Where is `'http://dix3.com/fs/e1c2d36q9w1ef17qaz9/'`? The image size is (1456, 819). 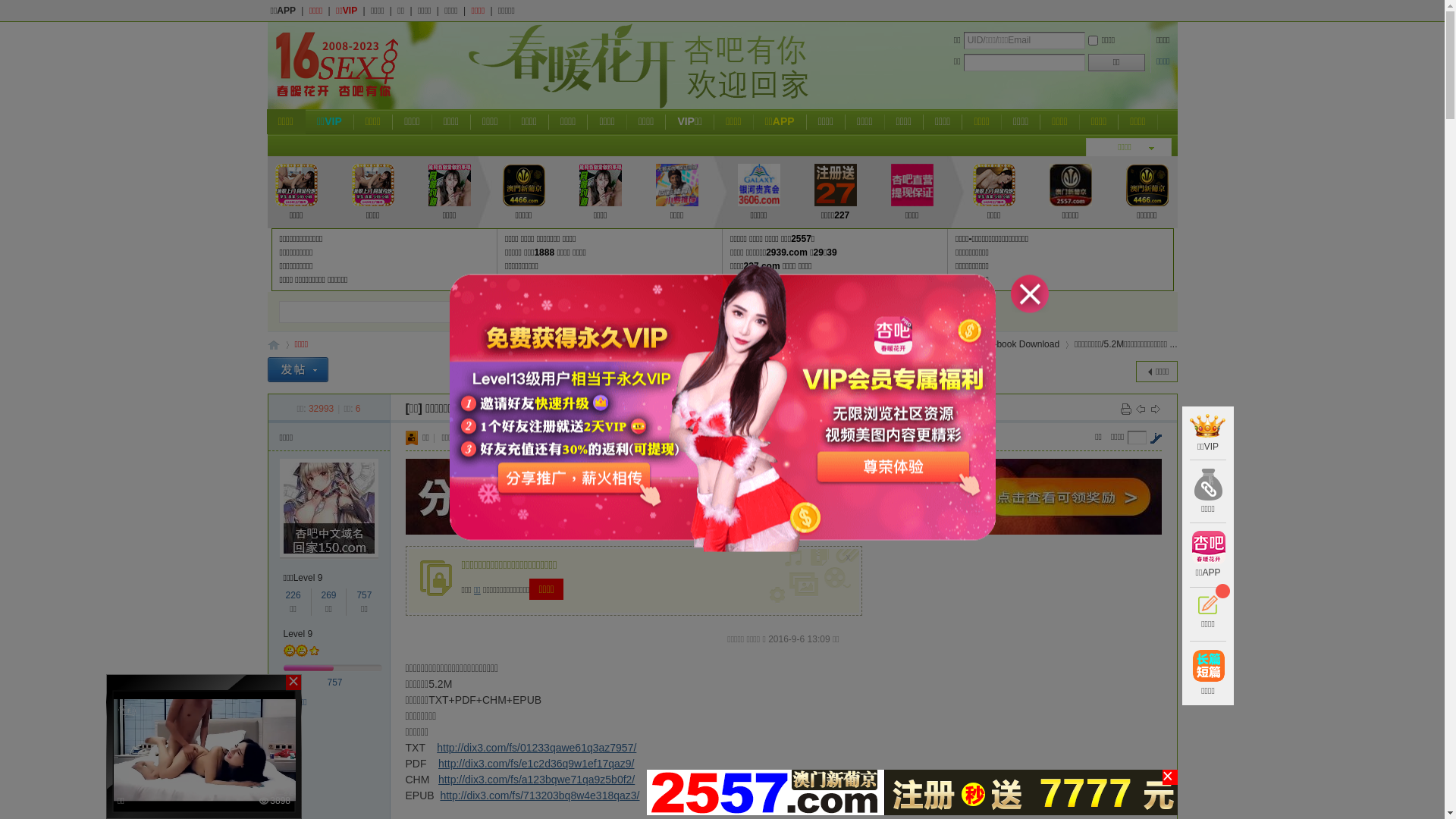
'http://dix3.com/fs/e1c2d36q9w1ef17qaz9/' is located at coordinates (535, 763).